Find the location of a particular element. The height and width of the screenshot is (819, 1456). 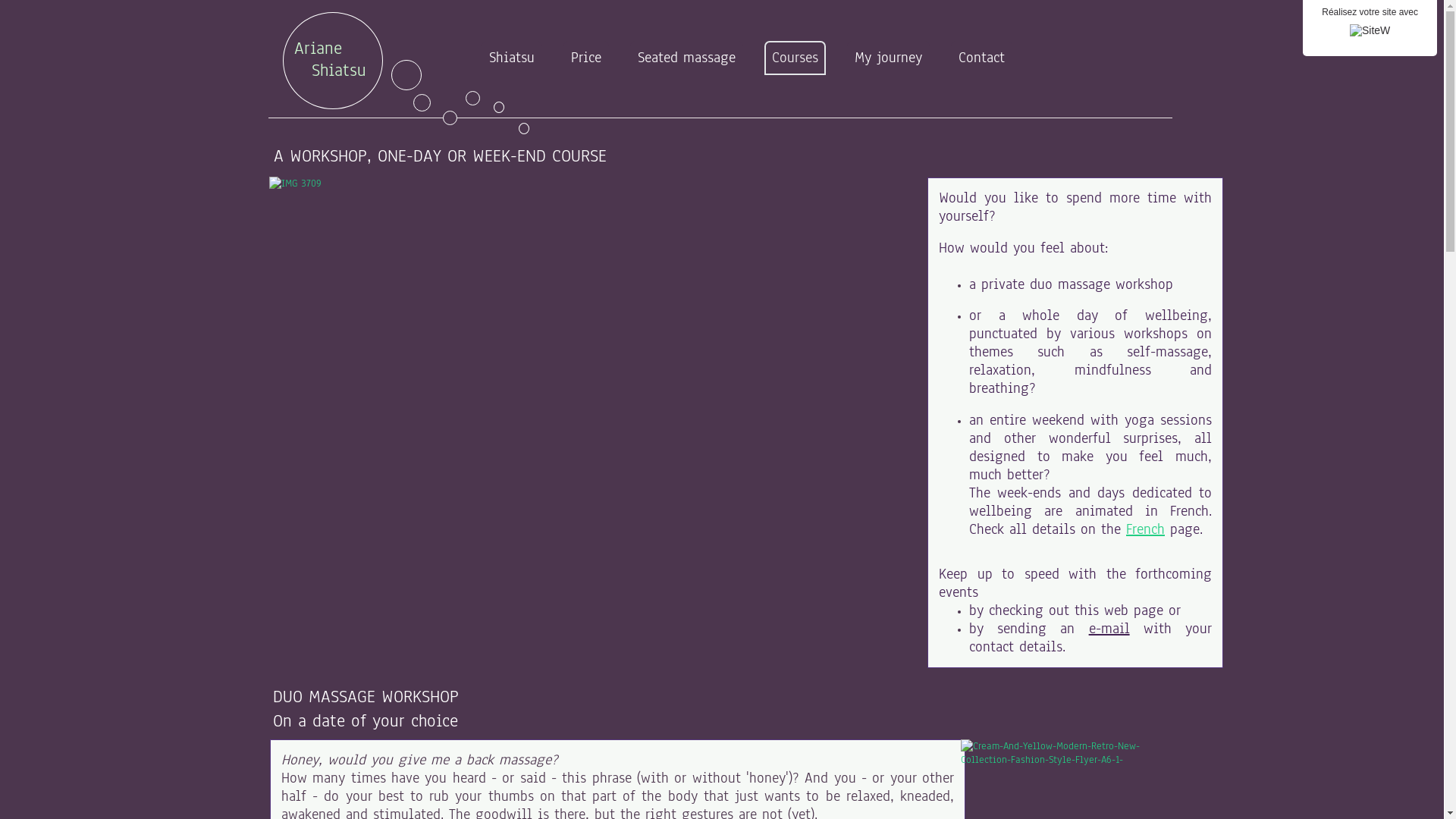

'Shiatsu' is located at coordinates (512, 57).